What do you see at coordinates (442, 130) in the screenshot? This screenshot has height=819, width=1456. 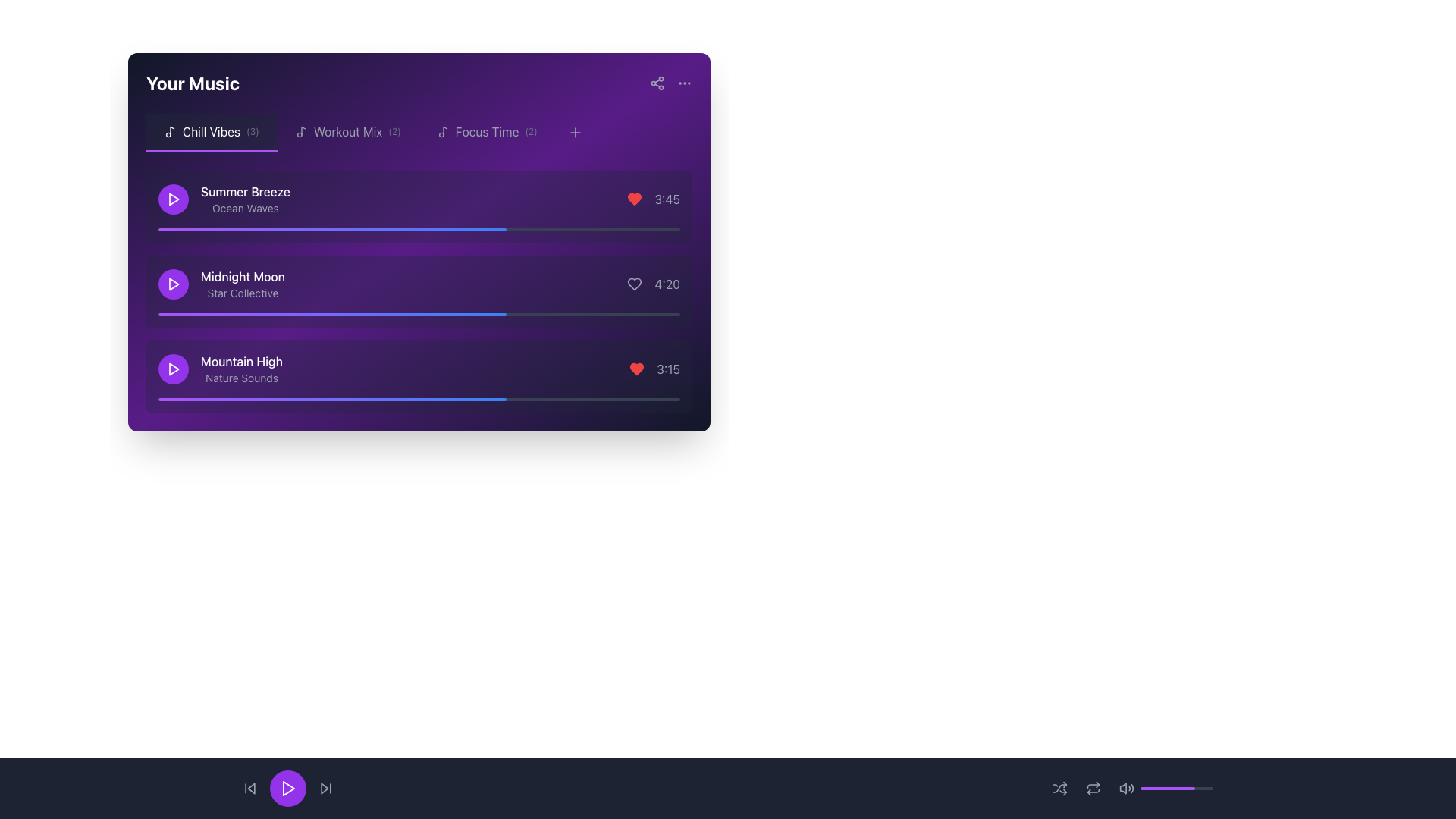 I see `the small musical note icon located in the 'Focus Time (2)' section, to the left of the 'Focus Time' title text, which features a clean and modern design` at bounding box center [442, 130].